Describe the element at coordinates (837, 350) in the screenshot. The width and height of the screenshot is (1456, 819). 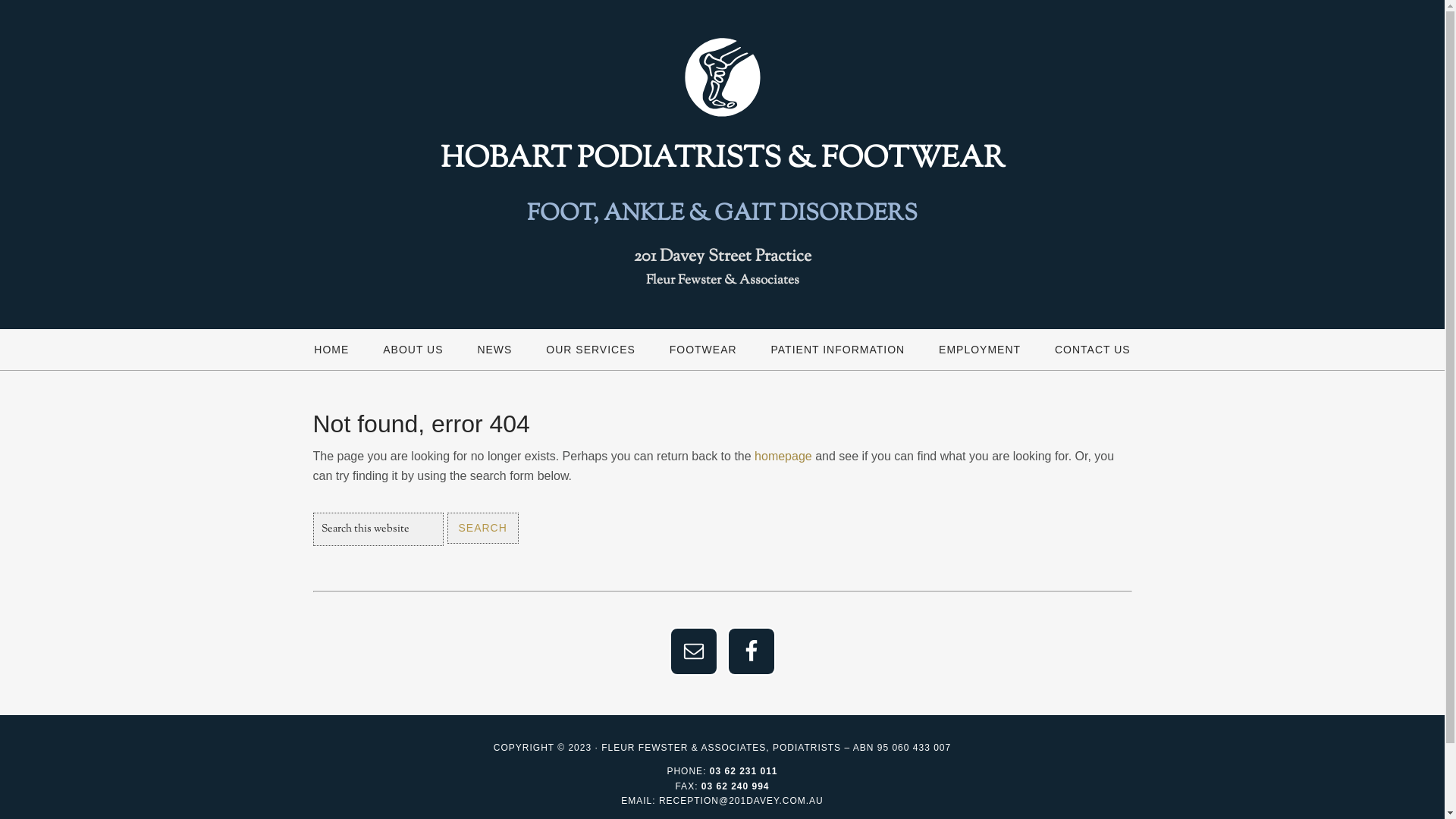
I see `'PATIENT INFORMATION'` at that location.